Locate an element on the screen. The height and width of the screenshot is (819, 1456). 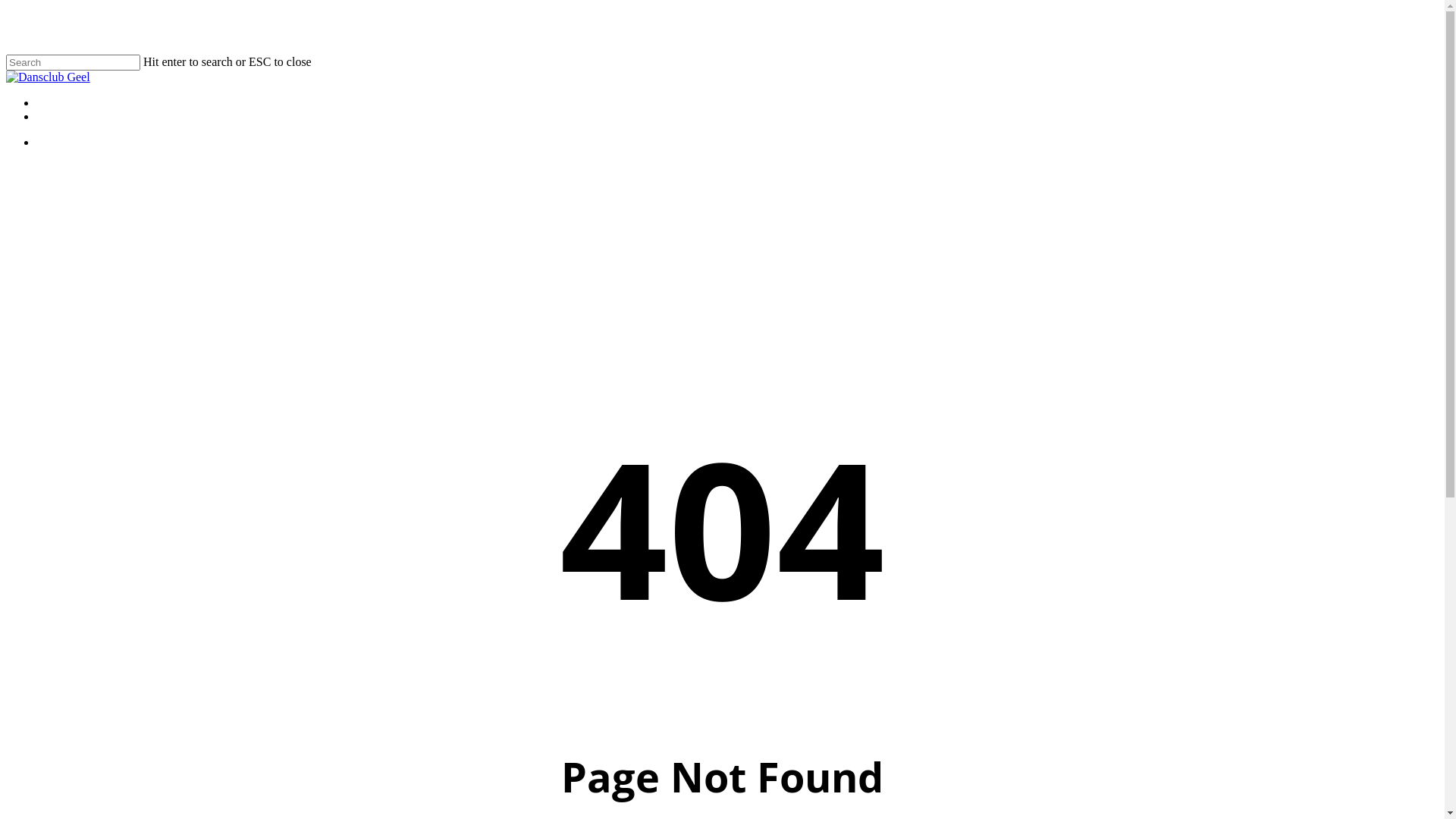
'Skip to main content' is located at coordinates (5, 5).